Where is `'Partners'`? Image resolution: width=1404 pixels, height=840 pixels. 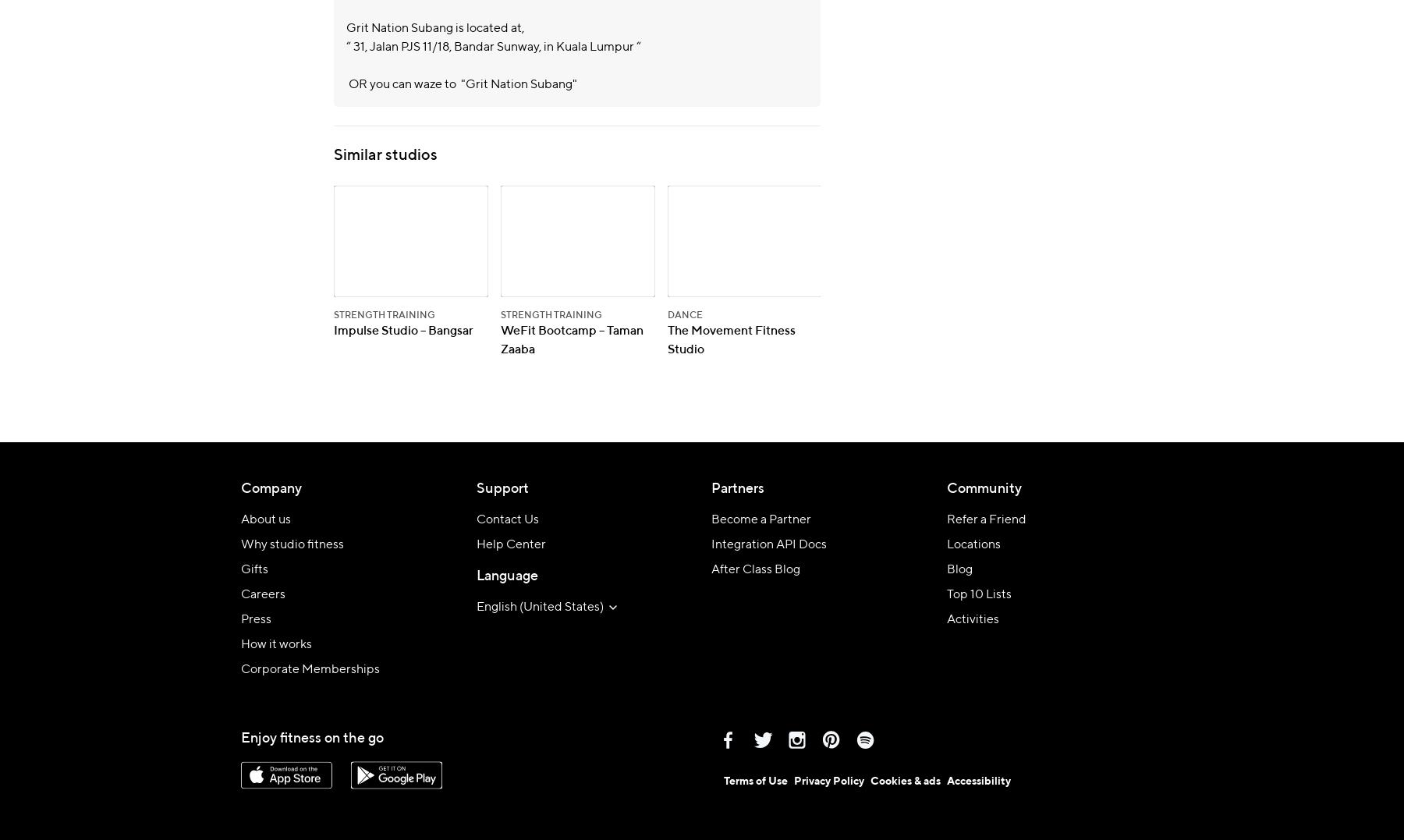
'Partners' is located at coordinates (737, 487).